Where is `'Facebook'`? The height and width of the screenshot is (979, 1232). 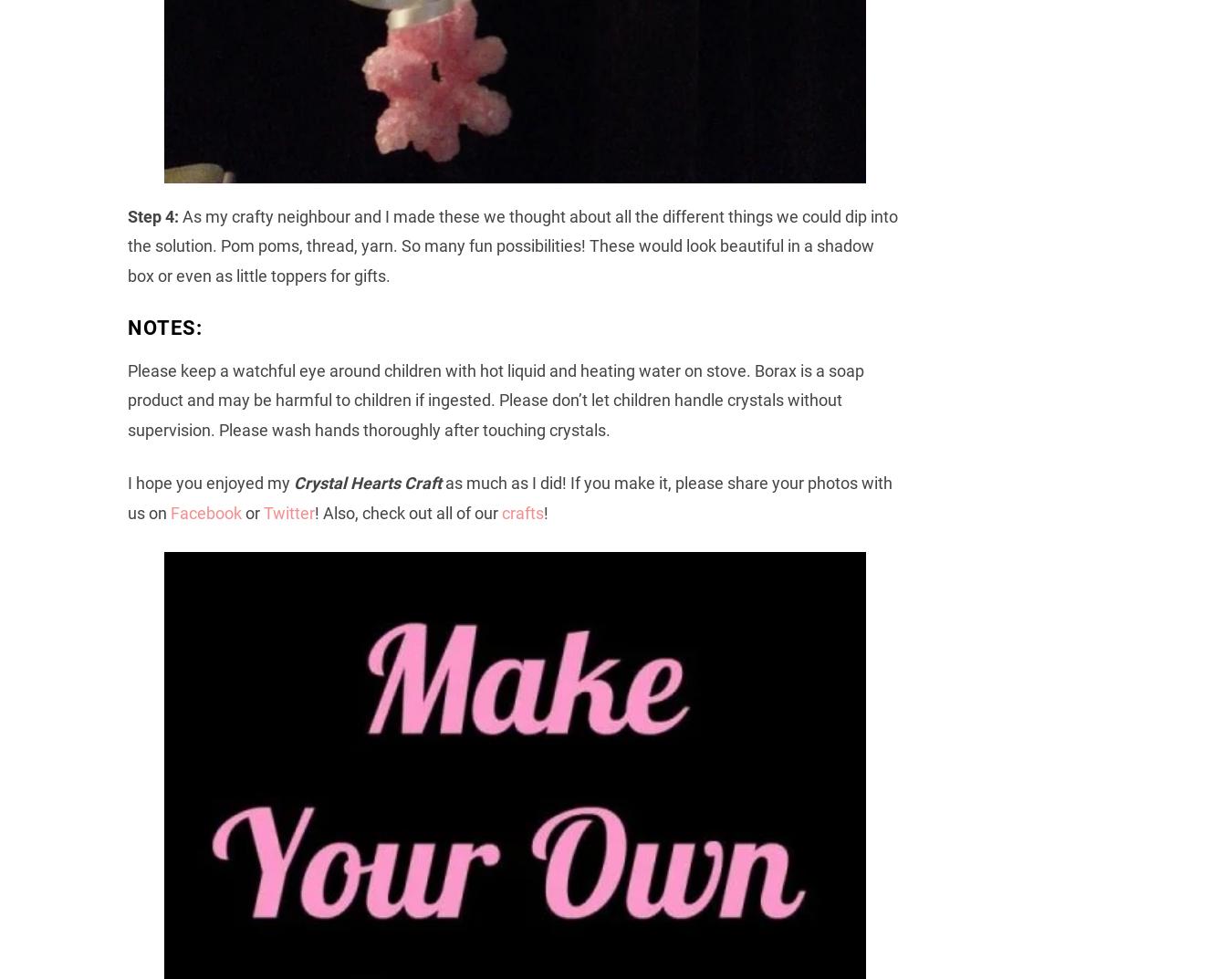
'Facebook' is located at coordinates (205, 512).